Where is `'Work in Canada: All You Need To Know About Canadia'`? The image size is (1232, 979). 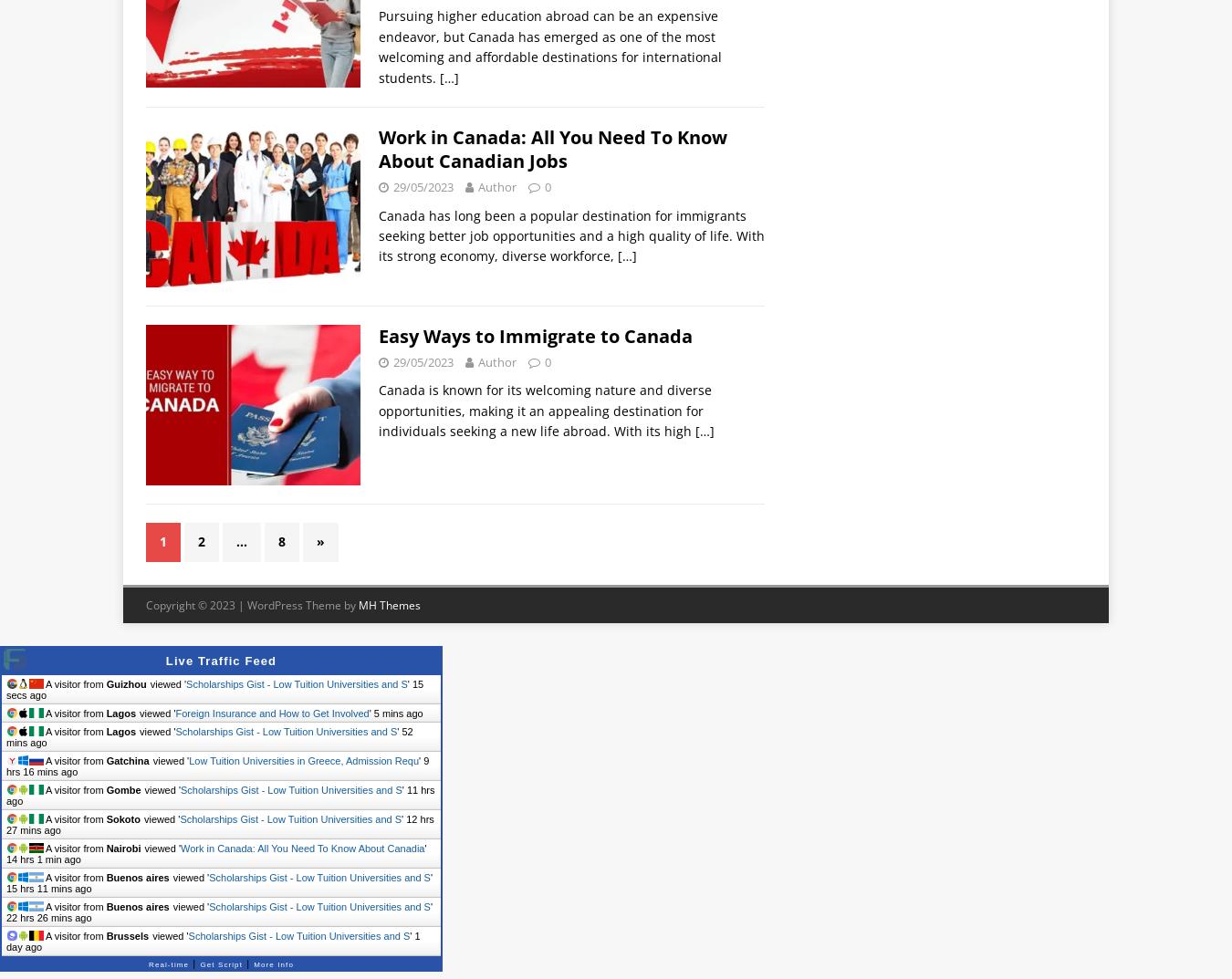
'Work in Canada: All You Need To Know About Canadia' is located at coordinates (181, 848).